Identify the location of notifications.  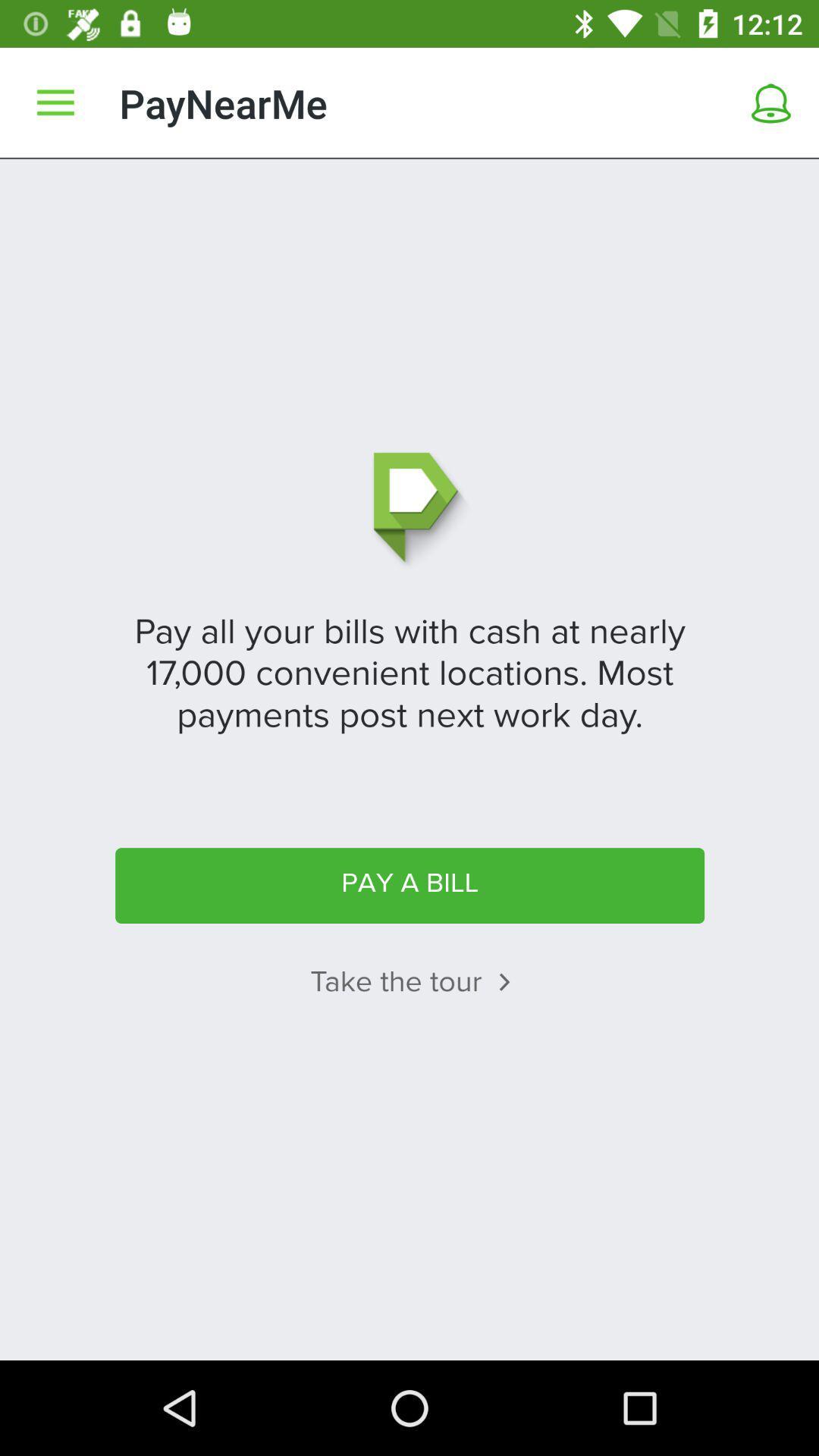
(771, 102).